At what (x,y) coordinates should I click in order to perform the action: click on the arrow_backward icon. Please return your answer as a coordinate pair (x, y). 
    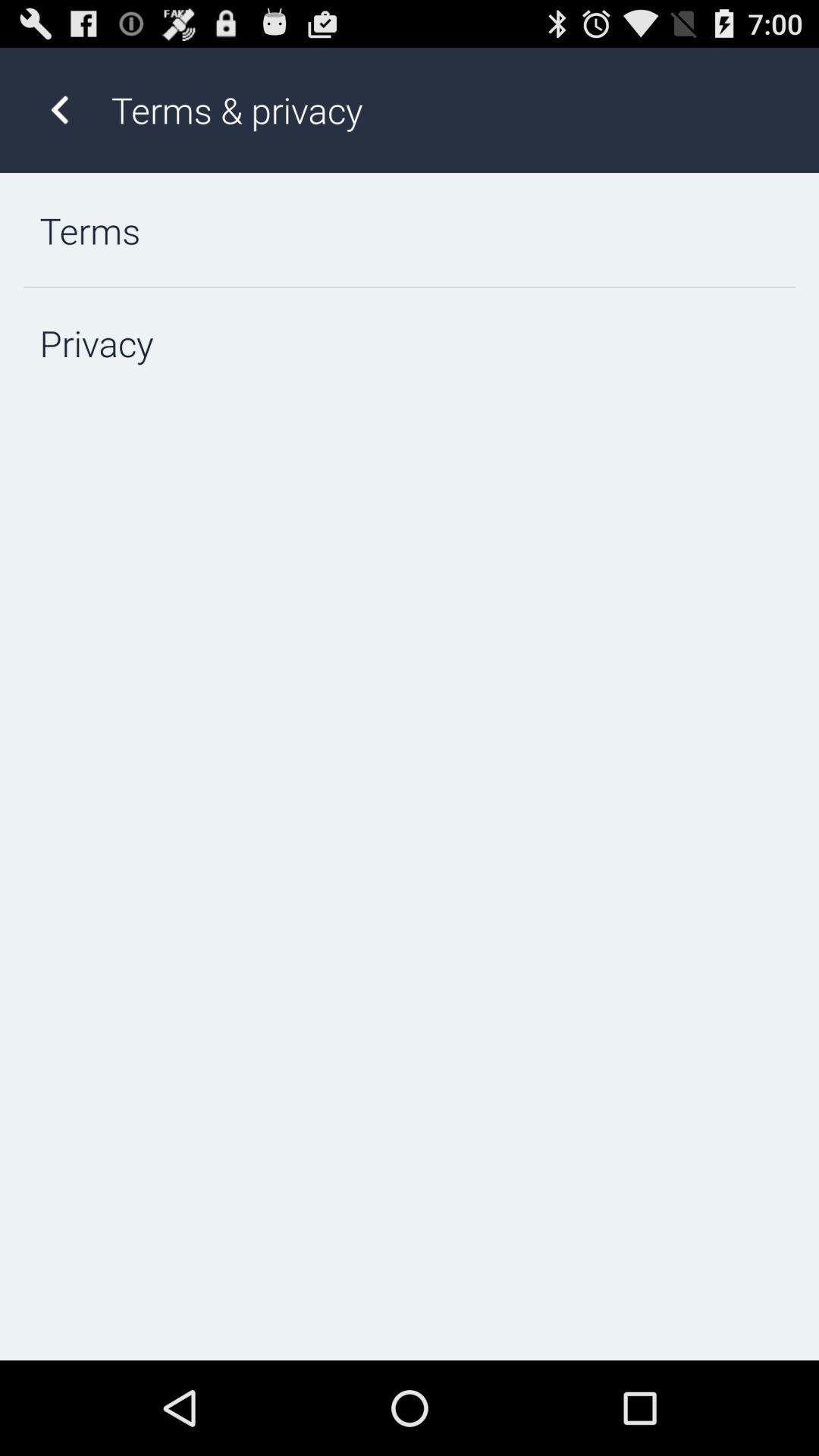
    Looking at the image, I should click on (58, 117).